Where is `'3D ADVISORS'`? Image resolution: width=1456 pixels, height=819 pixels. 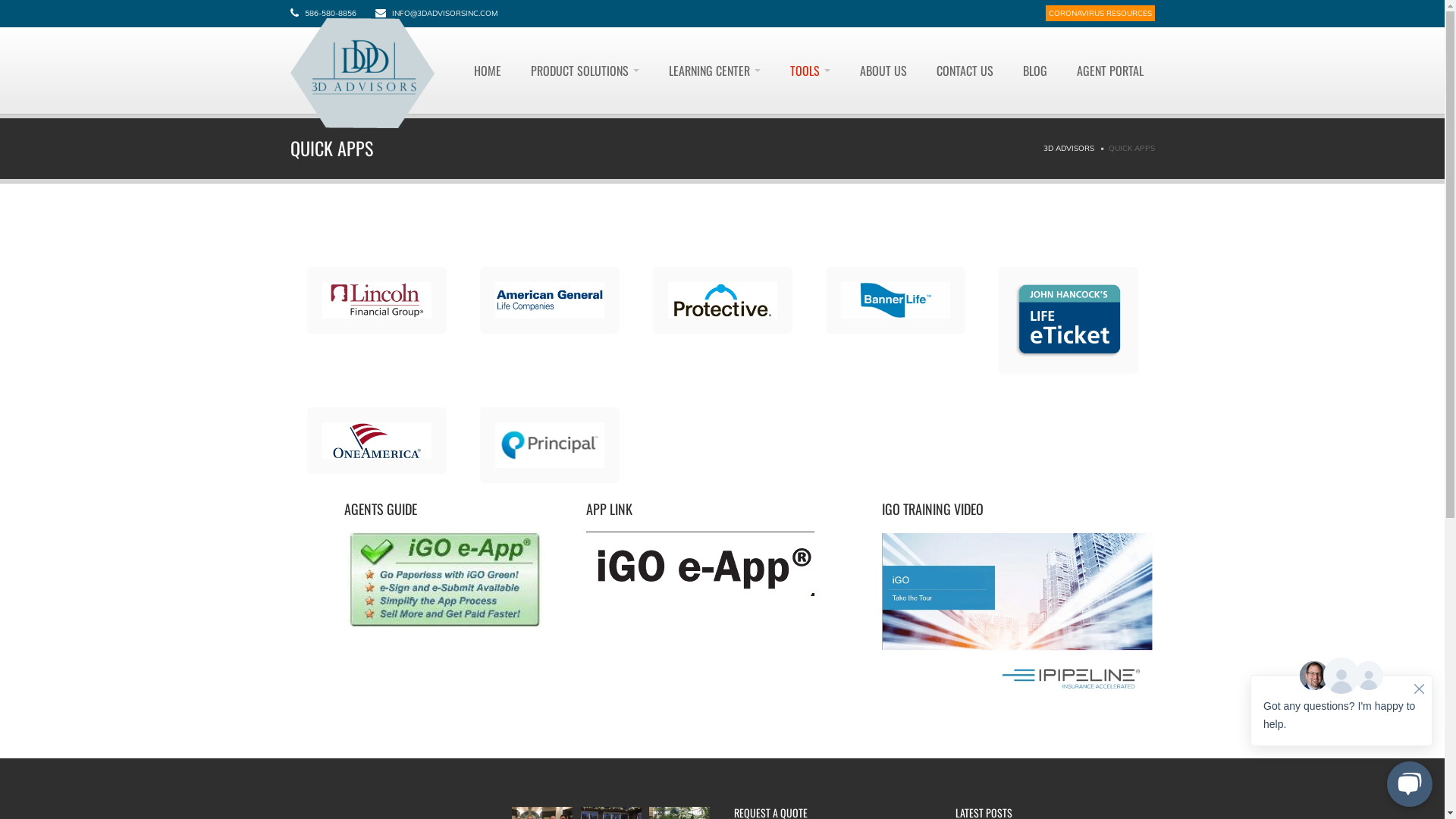 '3D ADVISORS' is located at coordinates (1068, 148).